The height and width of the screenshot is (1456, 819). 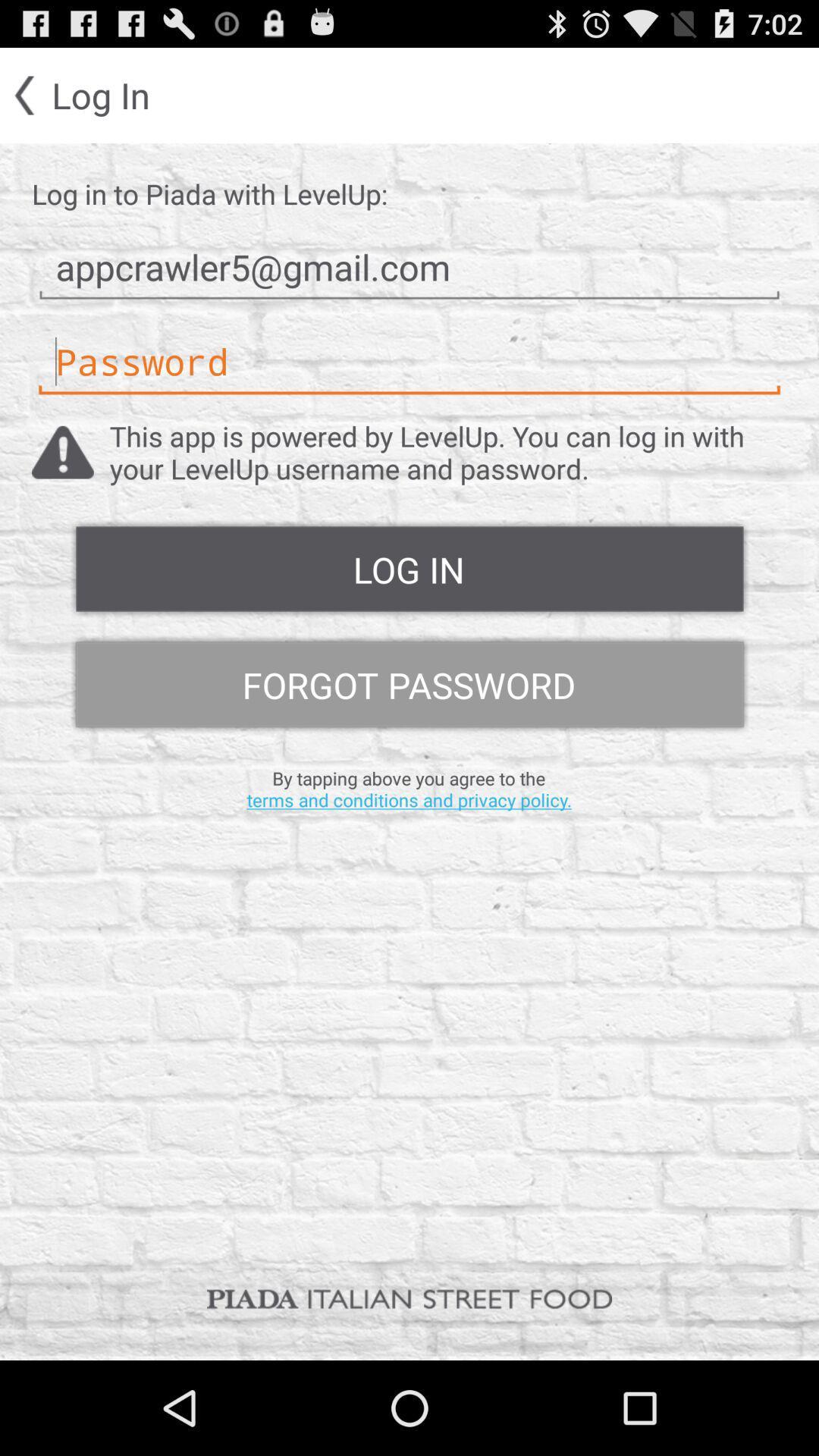 What do you see at coordinates (409, 361) in the screenshot?
I see `password field` at bounding box center [409, 361].